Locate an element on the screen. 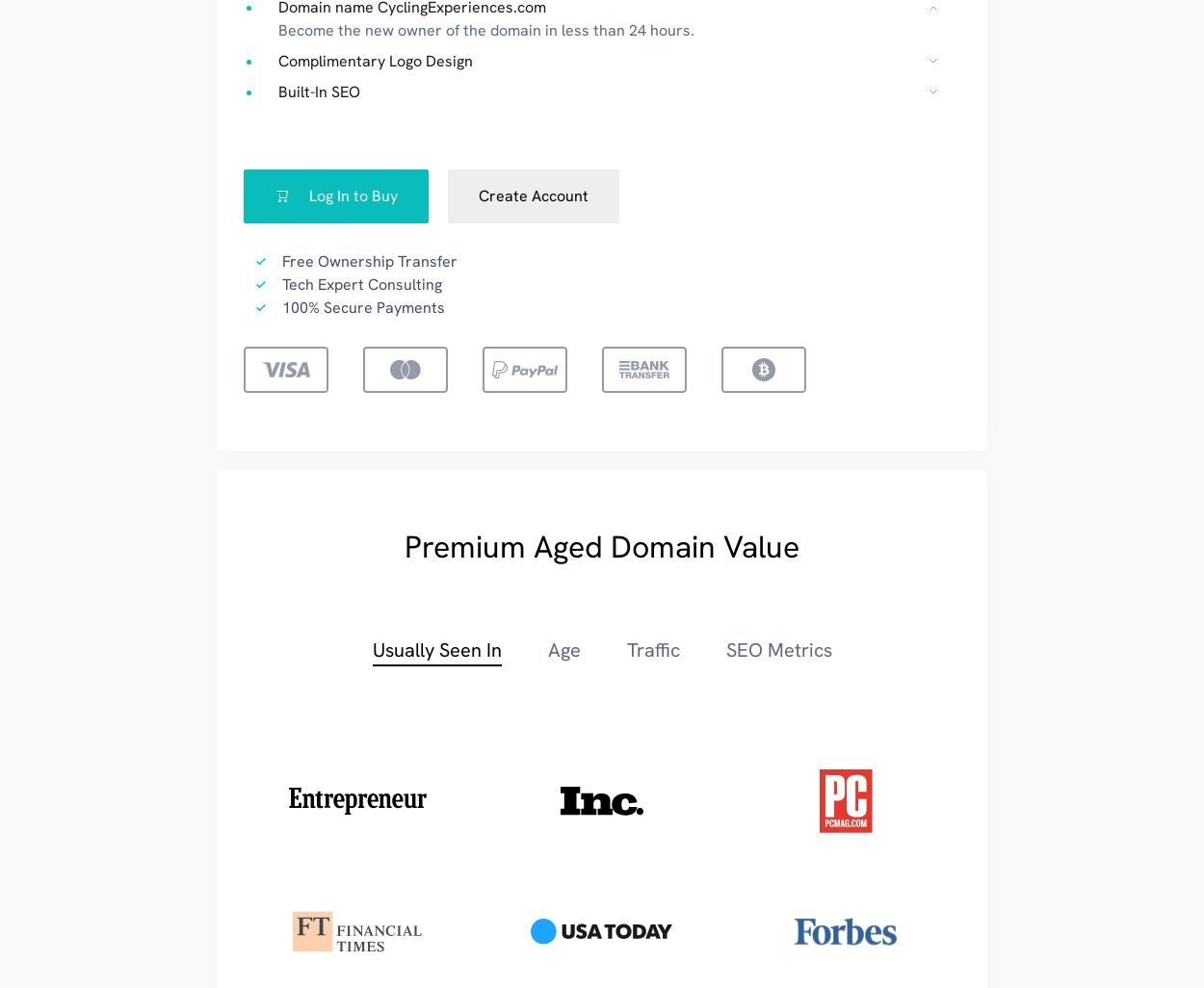 The width and height of the screenshot is (1204, 988). 'Free Ownership Transfer' is located at coordinates (369, 260).